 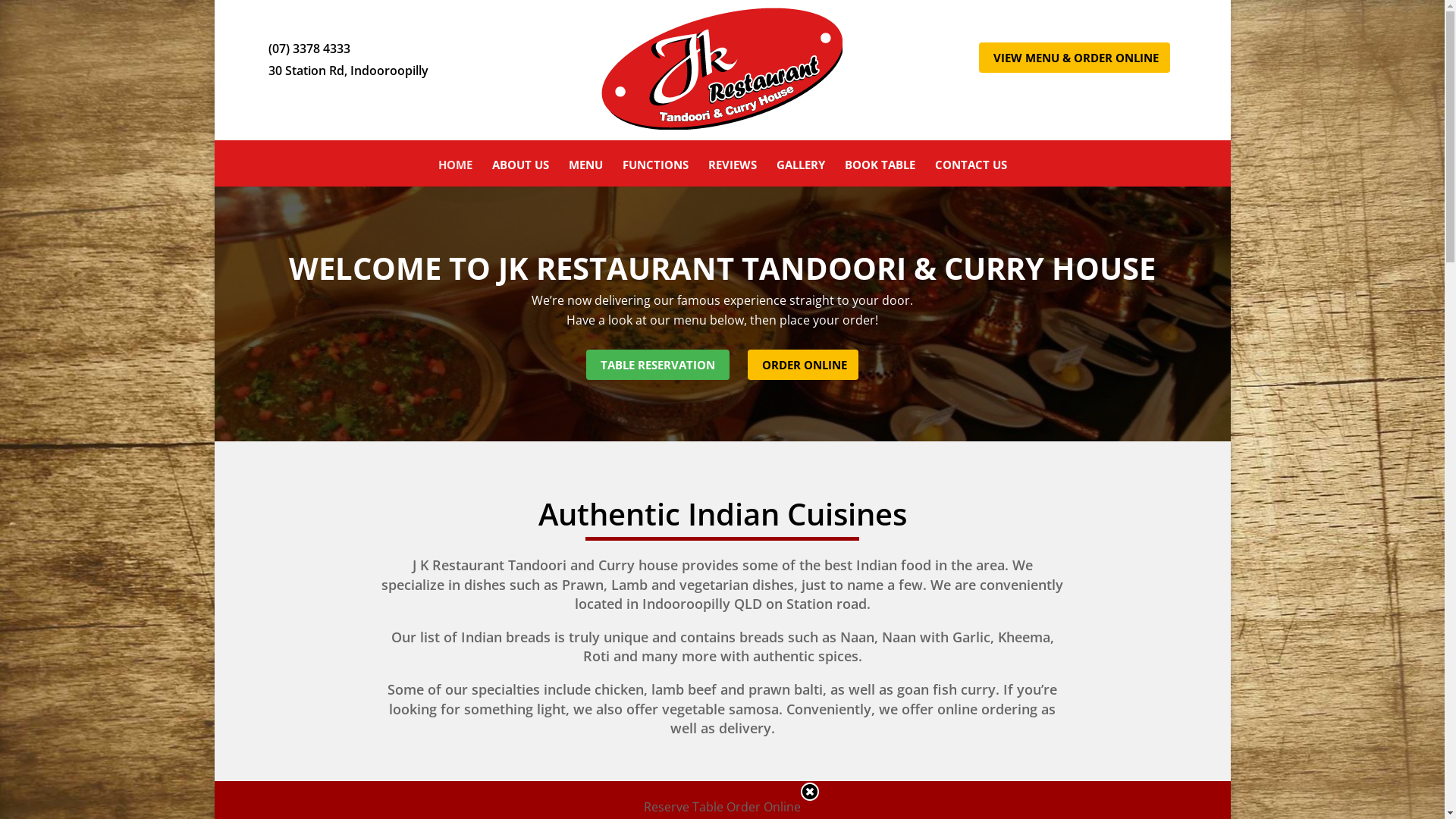 I want to click on 'GALLERY', so click(x=776, y=171).